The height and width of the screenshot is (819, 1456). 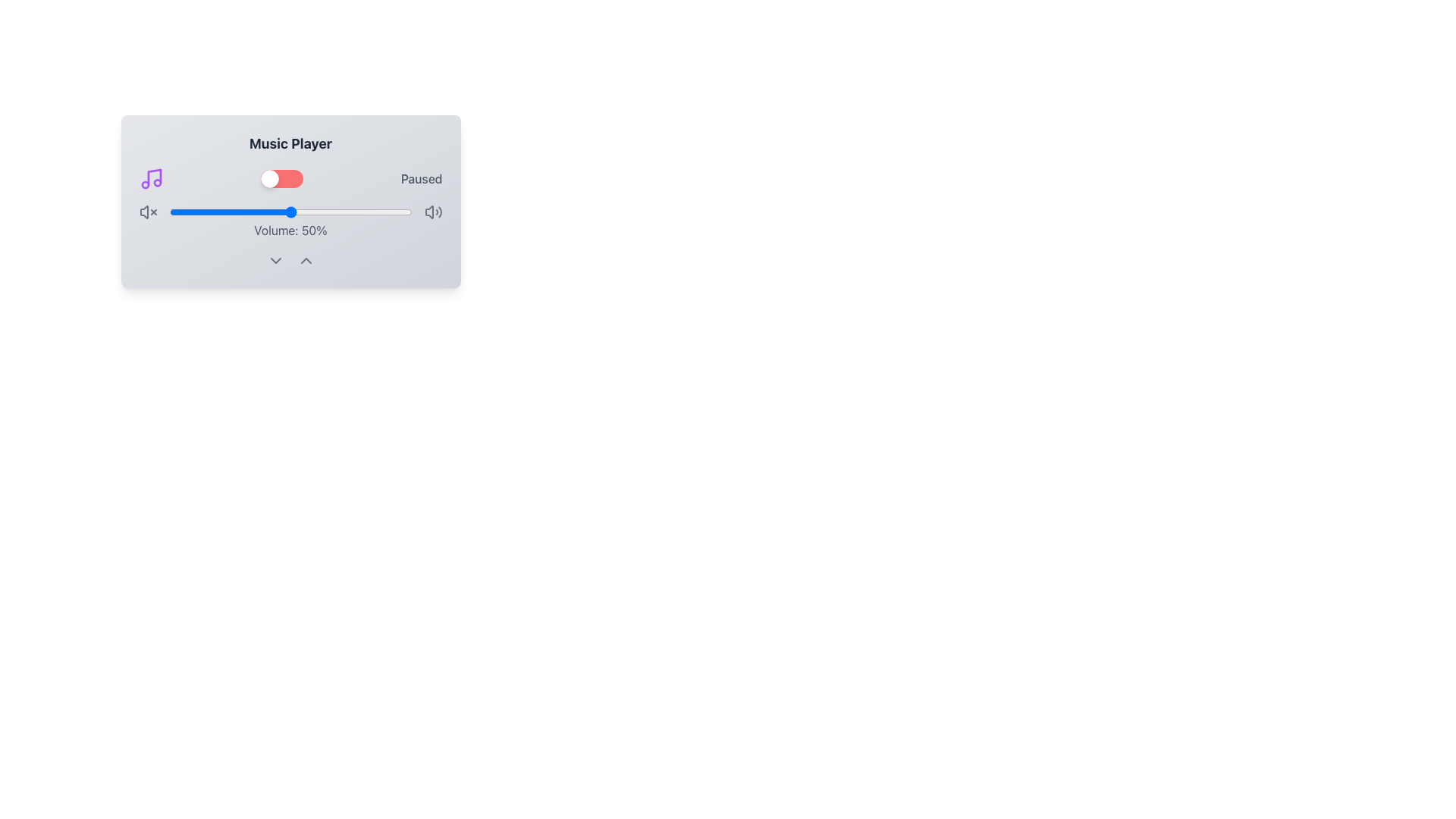 I want to click on the volume, so click(x=271, y=212).